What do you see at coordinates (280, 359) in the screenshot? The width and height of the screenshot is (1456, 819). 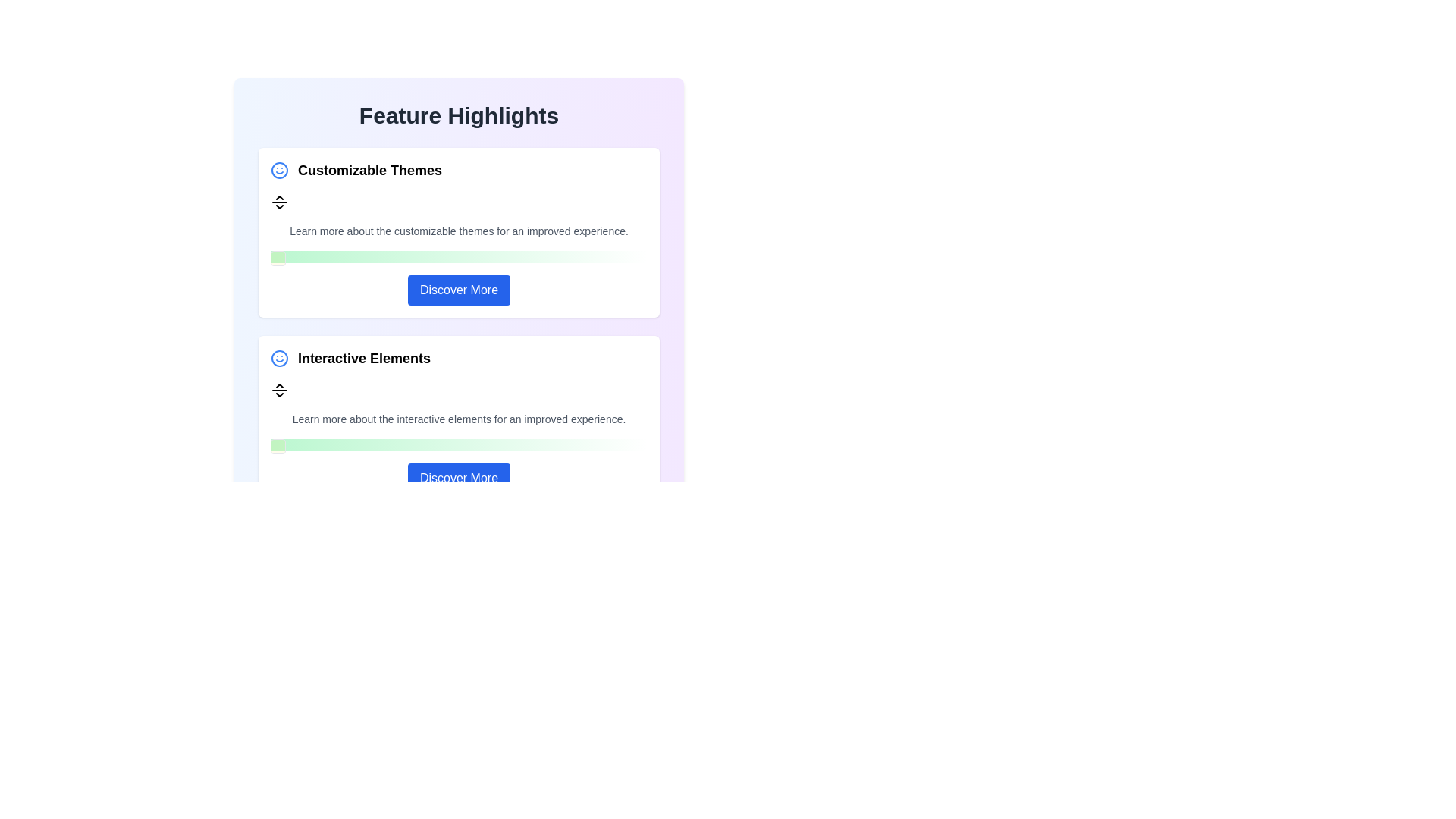 I see `the icon representing the 'Interactive Elements' feature, located to the left of the text 'Interactive Elements' in the feature section` at bounding box center [280, 359].